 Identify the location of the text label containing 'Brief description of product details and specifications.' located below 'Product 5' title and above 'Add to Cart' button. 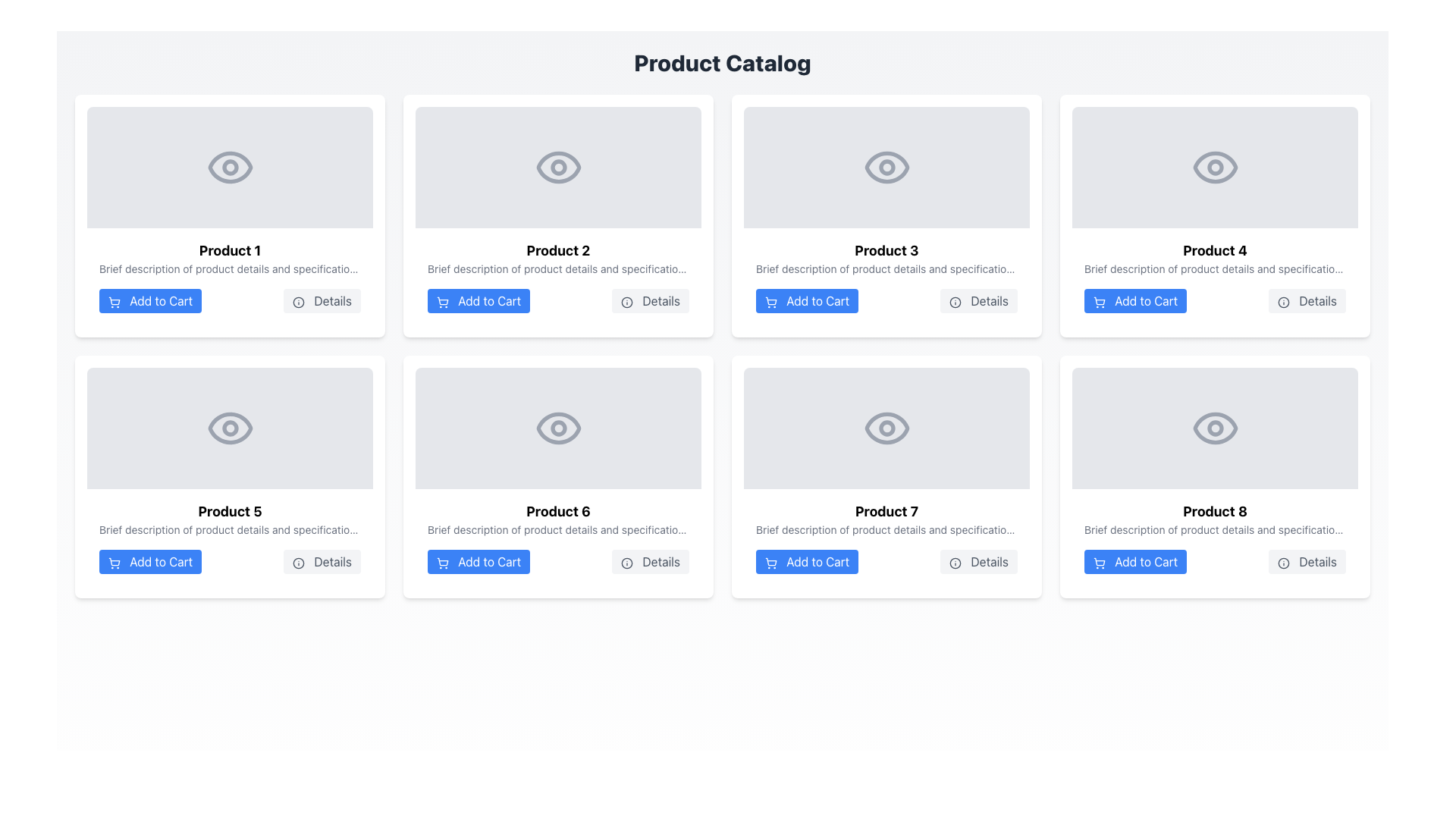
(229, 529).